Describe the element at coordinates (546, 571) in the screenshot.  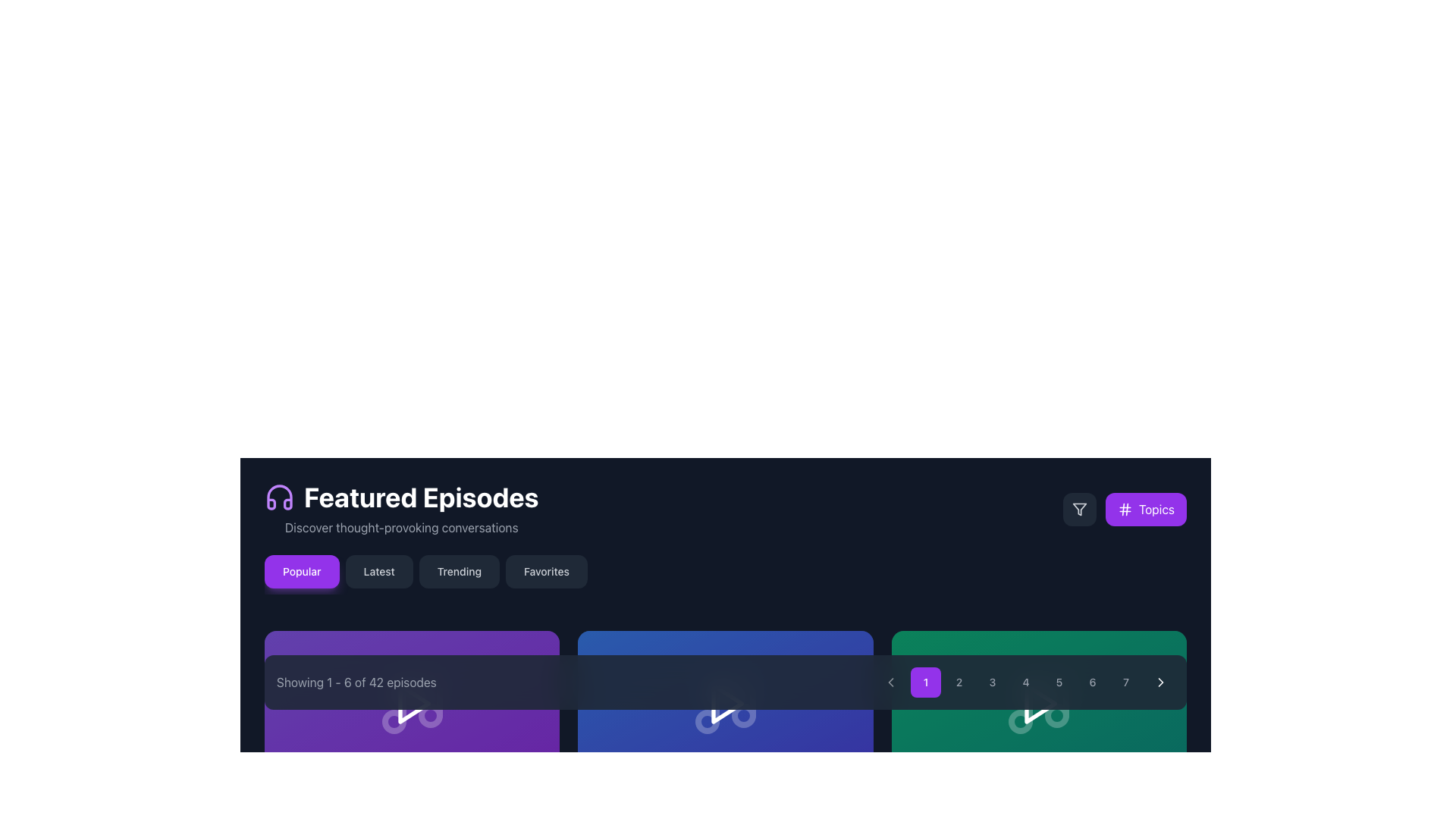
I see `the 'Favorites' button, which is the fourth button in a row of four buttons below the 'Featured Episodes' header, to observe hover styling effects` at that location.